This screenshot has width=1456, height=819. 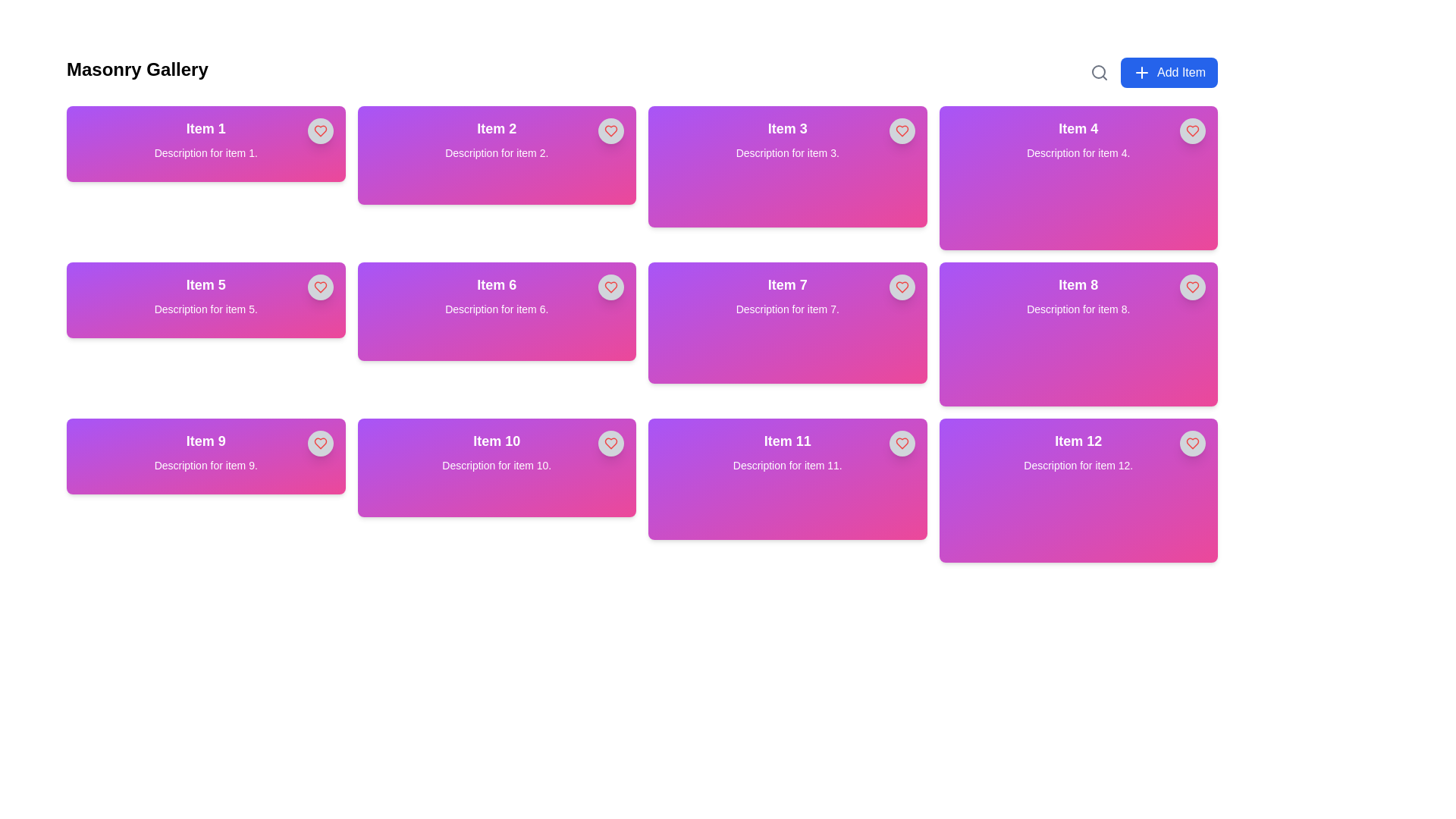 I want to click on the heart-shaped icon within the circular button located at the top-right corner of the card labeled 'Item 7: Description for item 7.', so click(x=902, y=287).